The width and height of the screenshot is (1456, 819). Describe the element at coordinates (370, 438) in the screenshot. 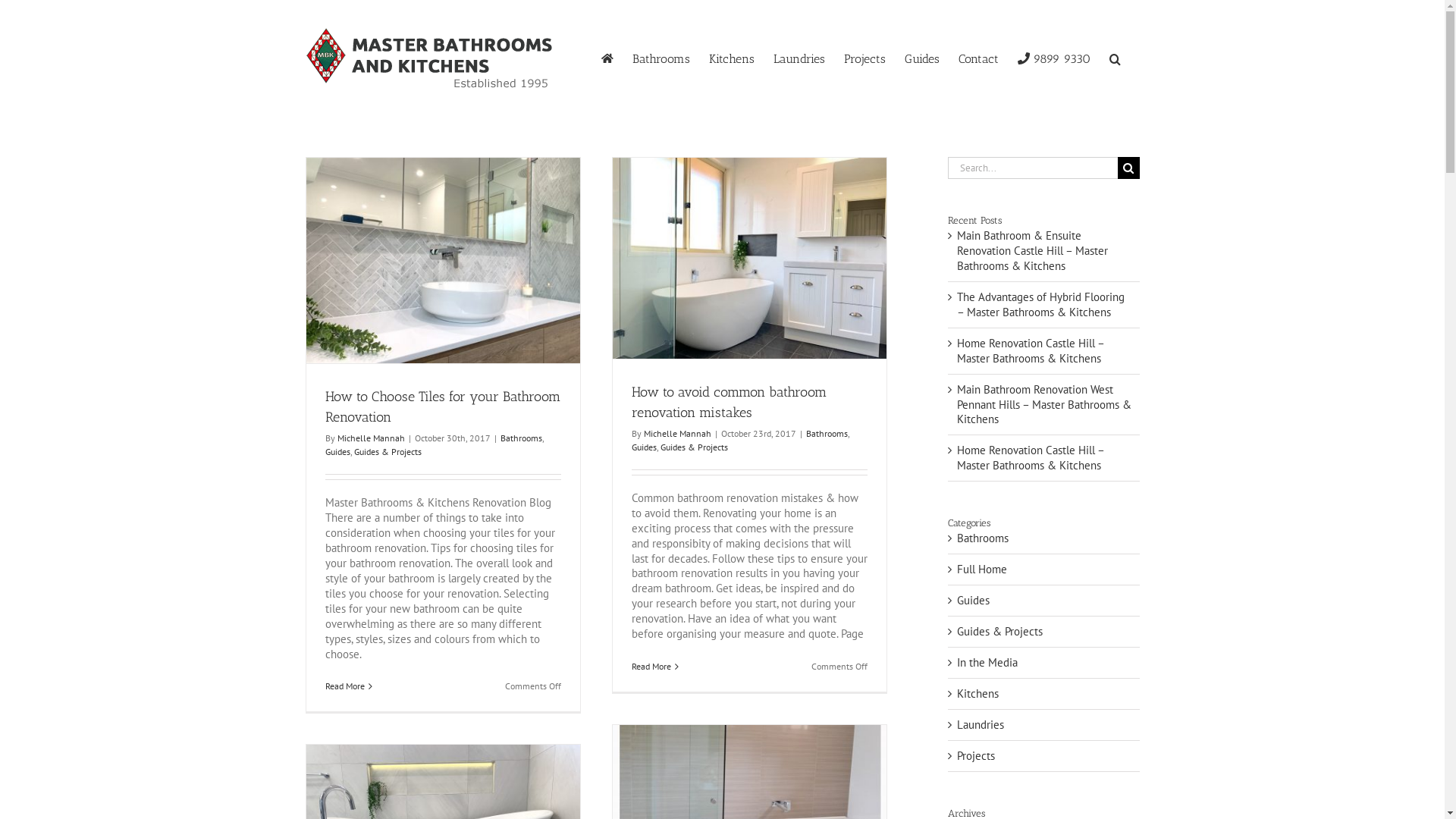

I see `'Michelle Mannah'` at that location.